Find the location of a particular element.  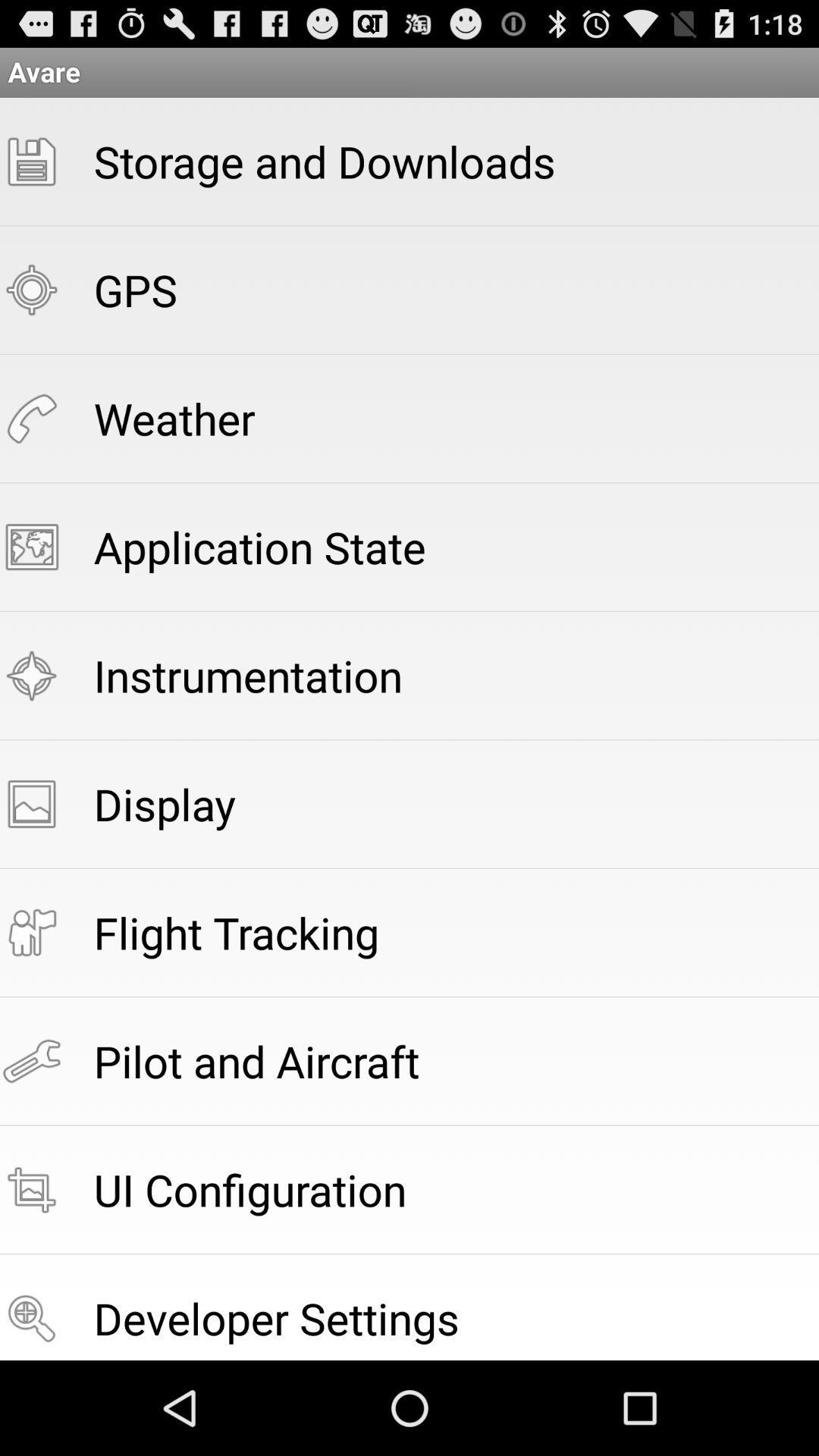

app above weather item is located at coordinates (134, 290).